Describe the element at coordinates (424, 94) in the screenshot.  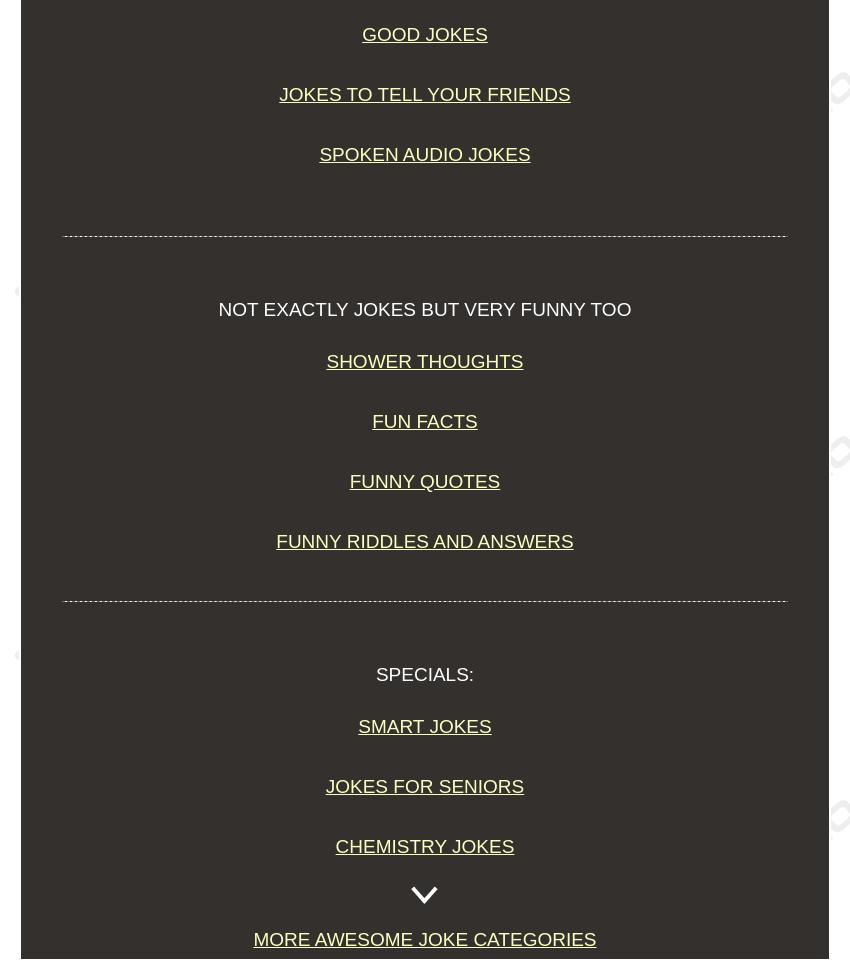
I see `'Jokes to Tell Your Friends'` at that location.